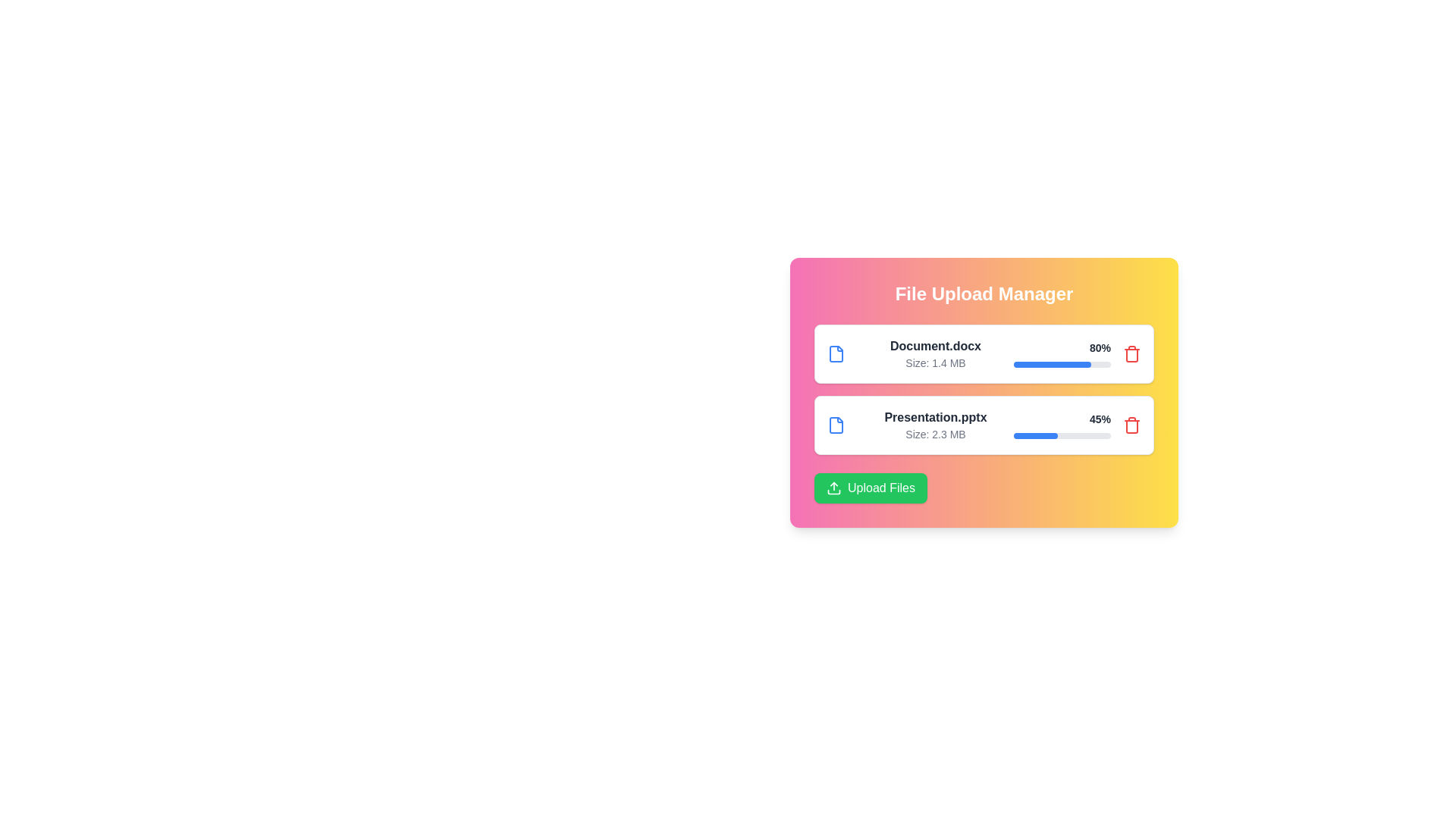  What do you see at coordinates (870, 488) in the screenshot?
I see `'Upload Files' button` at bounding box center [870, 488].